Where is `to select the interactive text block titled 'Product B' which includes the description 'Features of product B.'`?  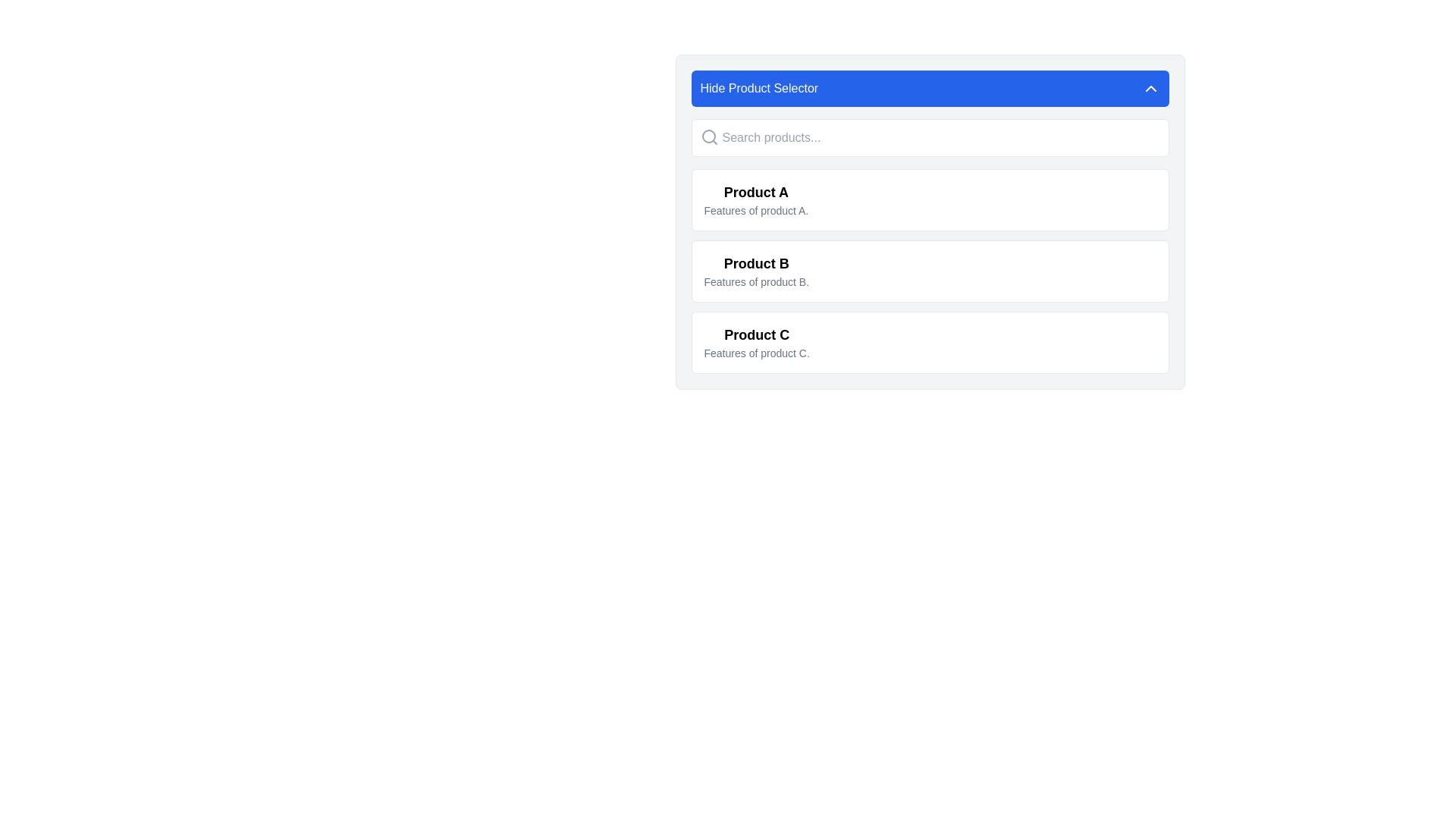 to select the interactive text block titled 'Product B' which includes the description 'Features of product B.' is located at coordinates (756, 271).